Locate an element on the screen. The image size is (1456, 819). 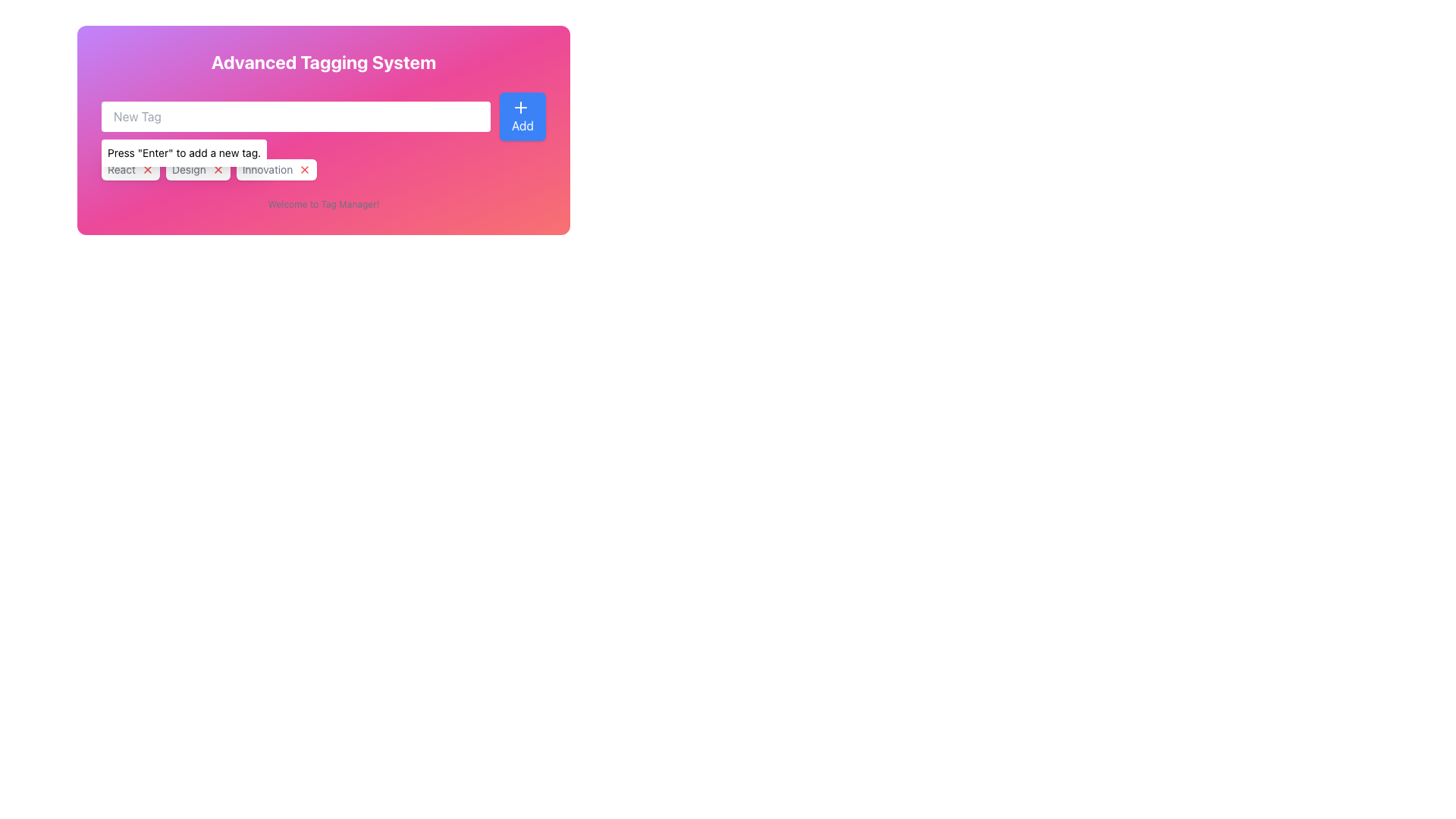
the tooltip that instructs 'Press "Enter" to add a new tag.' which appears below the 'New Tag' input field is located at coordinates (184, 152).